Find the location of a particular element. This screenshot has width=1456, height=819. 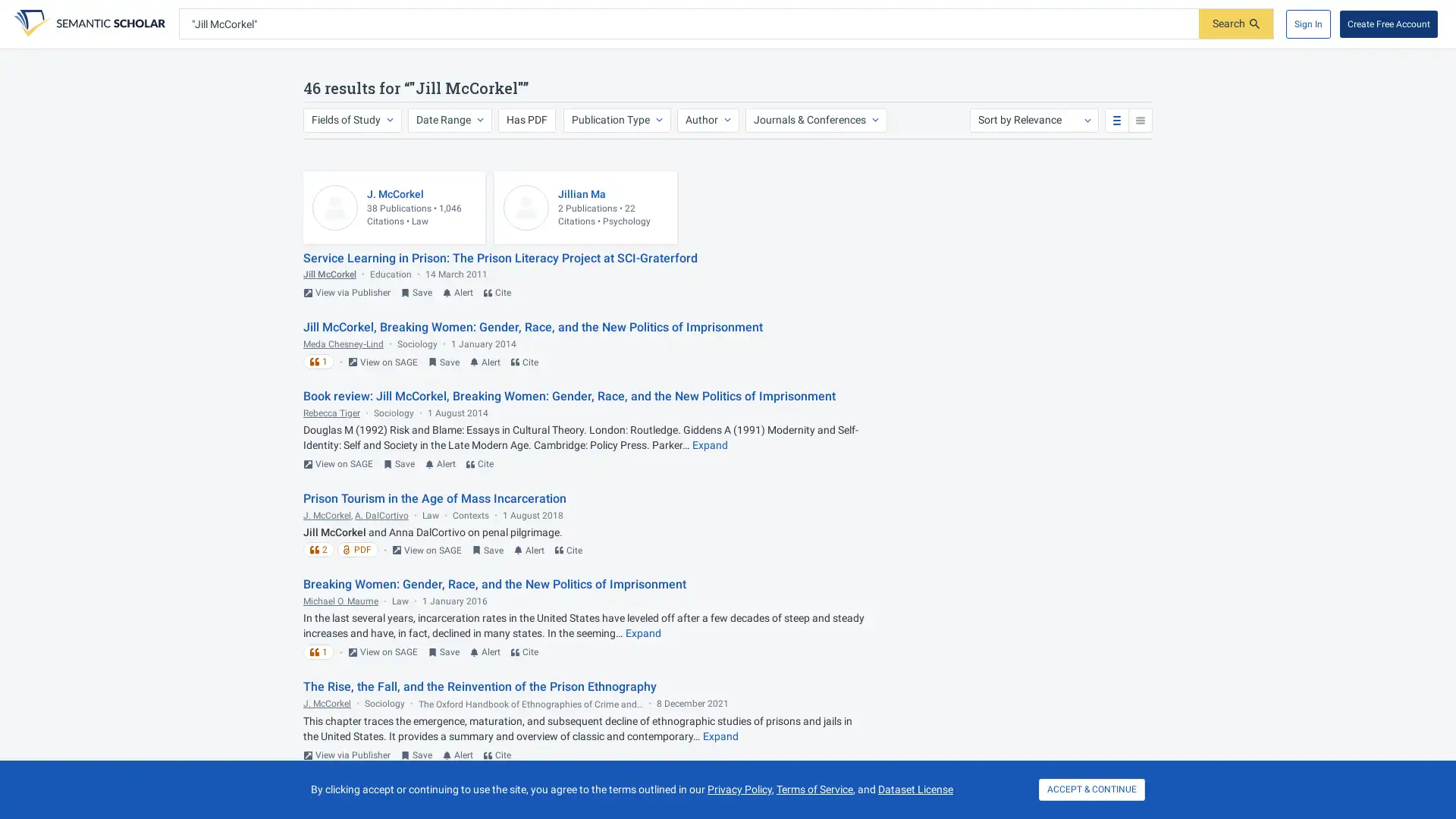

Expand truncated text is located at coordinates (709, 444).